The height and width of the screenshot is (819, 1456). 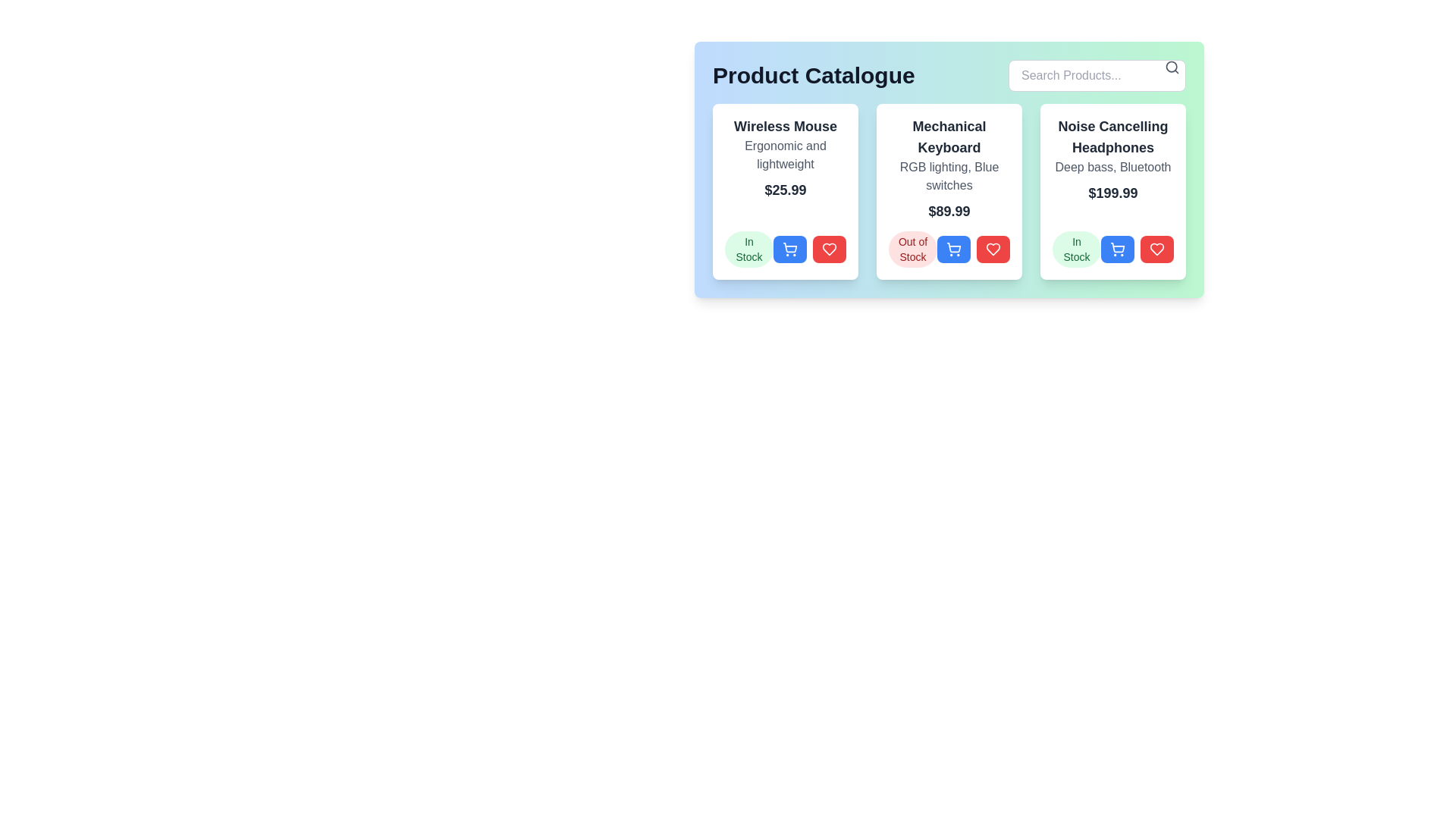 What do you see at coordinates (813, 76) in the screenshot?
I see `title 'Product Catalogue' located in the top-left area of the header section, which is the largest text element among its siblings` at bounding box center [813, 76].